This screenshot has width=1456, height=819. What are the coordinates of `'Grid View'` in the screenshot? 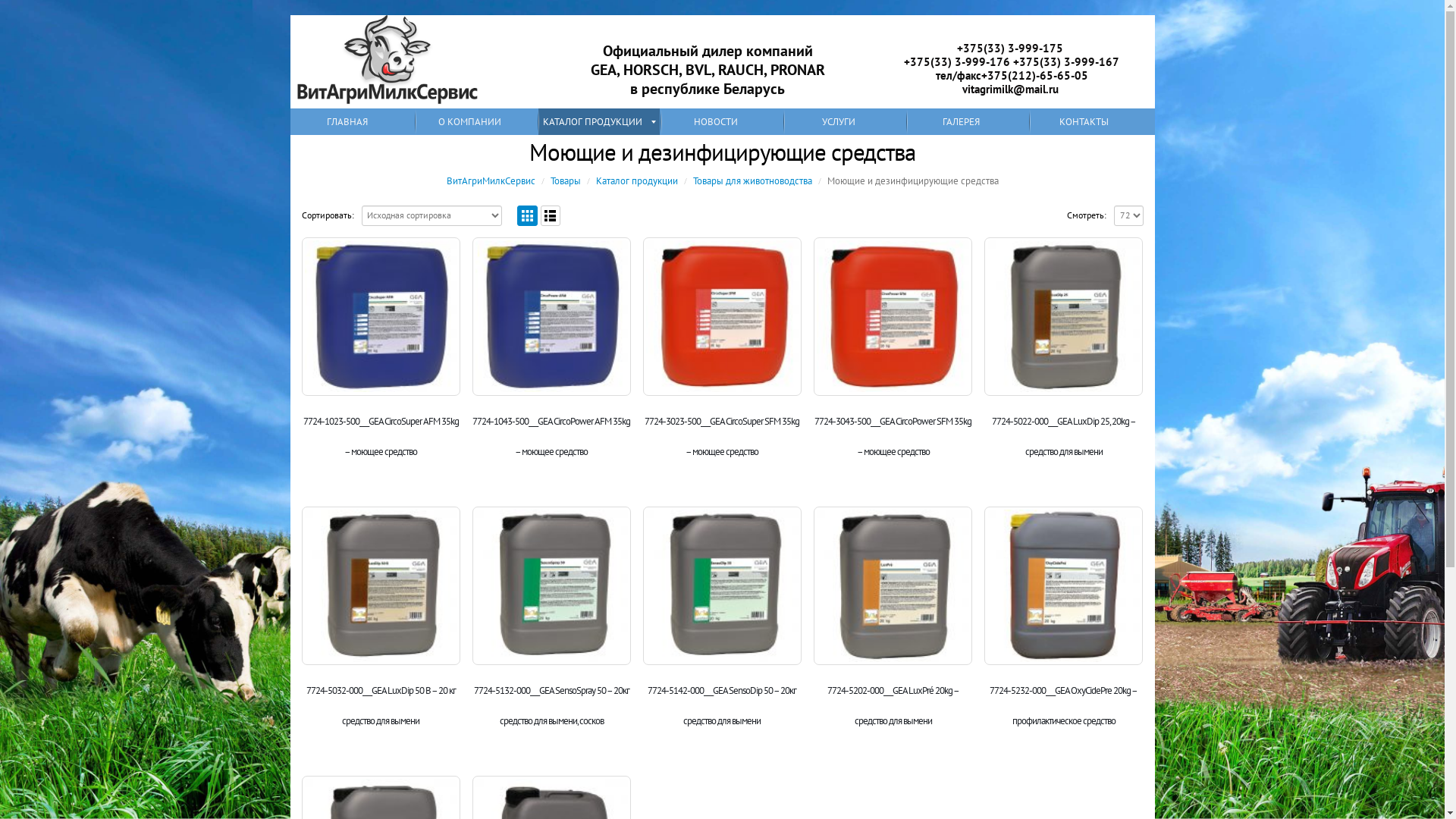 It's located at (516, 215).